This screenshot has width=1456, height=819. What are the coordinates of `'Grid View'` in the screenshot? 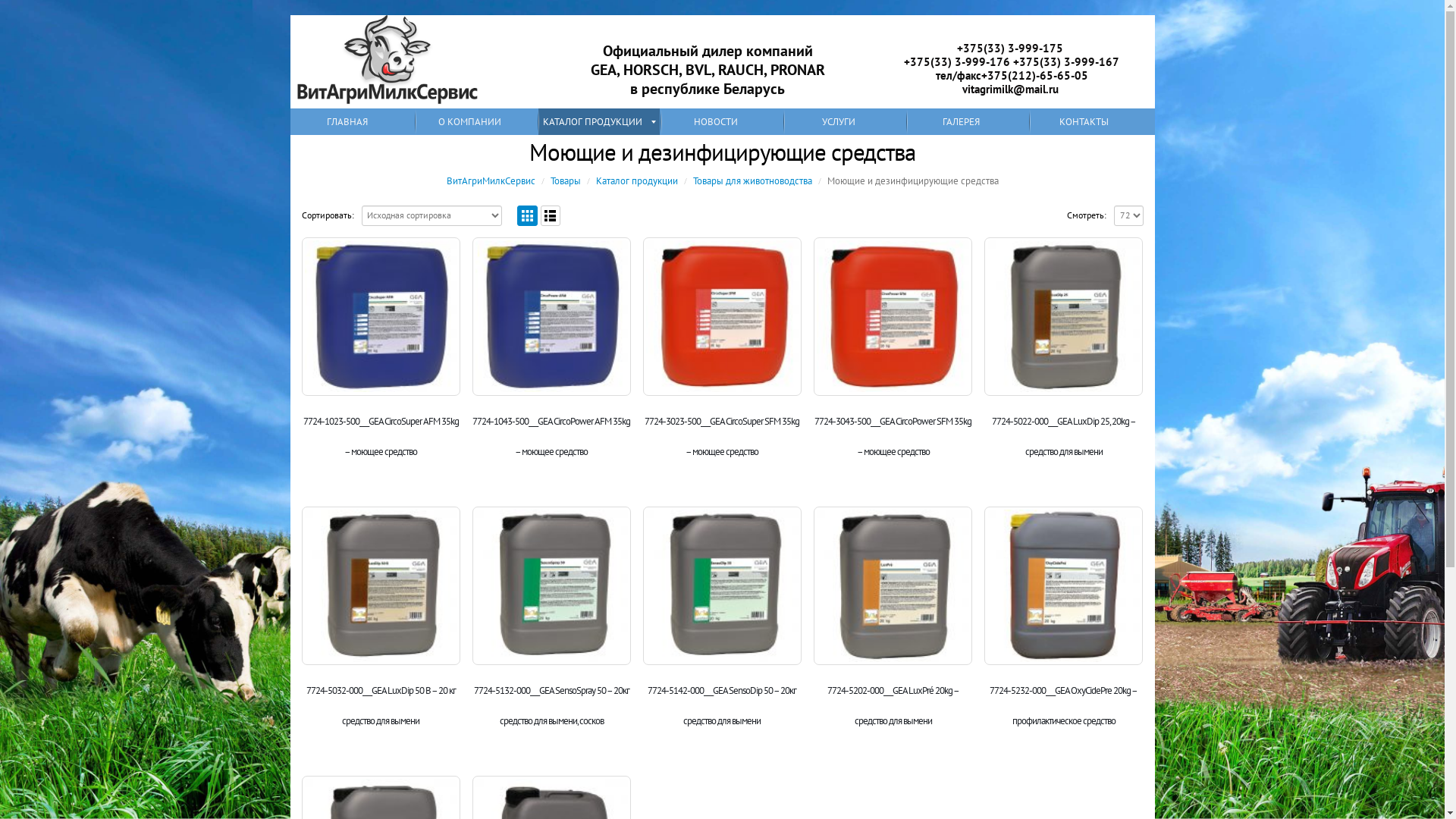 It's located at (516, 215).